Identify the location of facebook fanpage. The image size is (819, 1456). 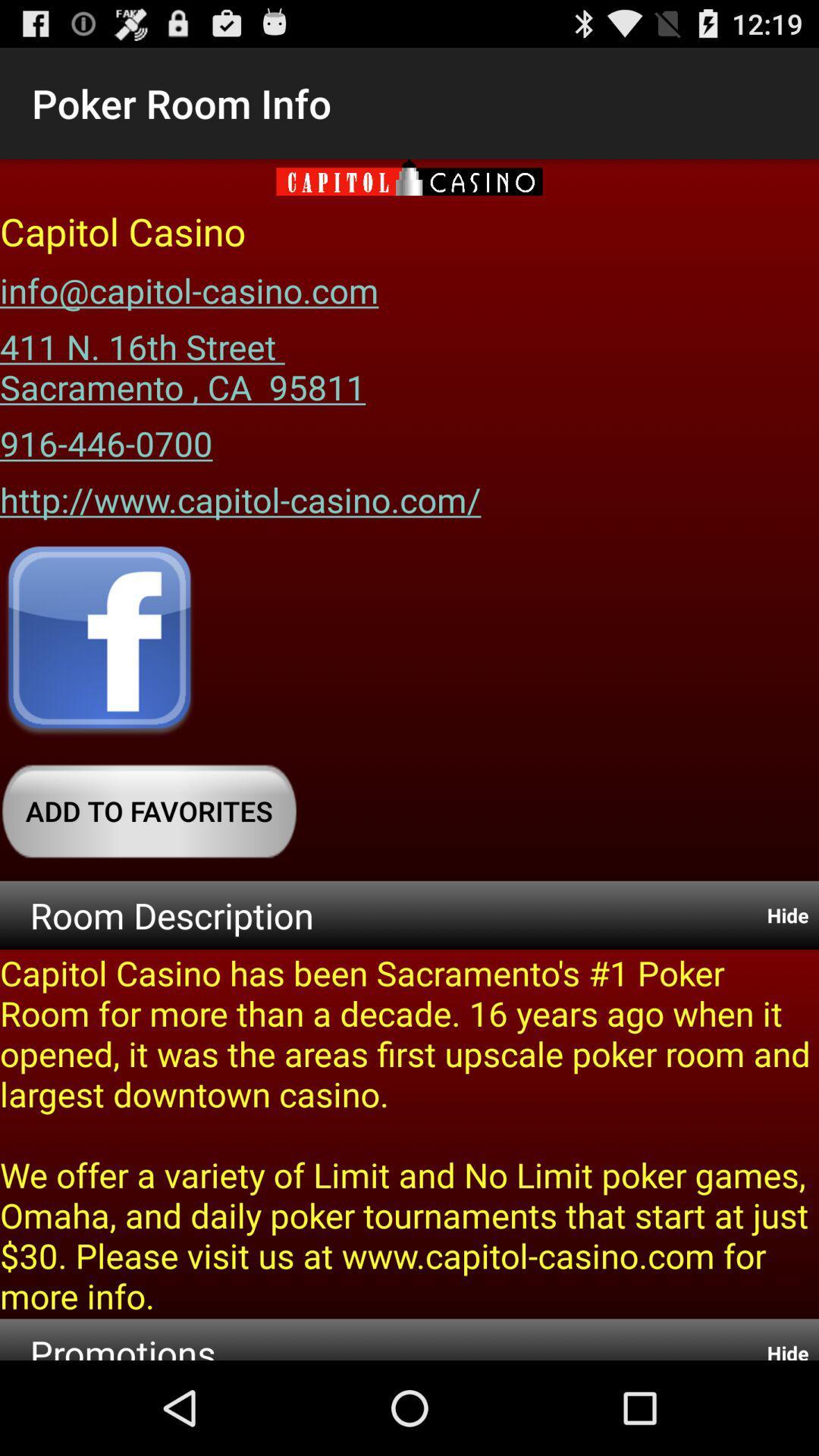
(99, 642).